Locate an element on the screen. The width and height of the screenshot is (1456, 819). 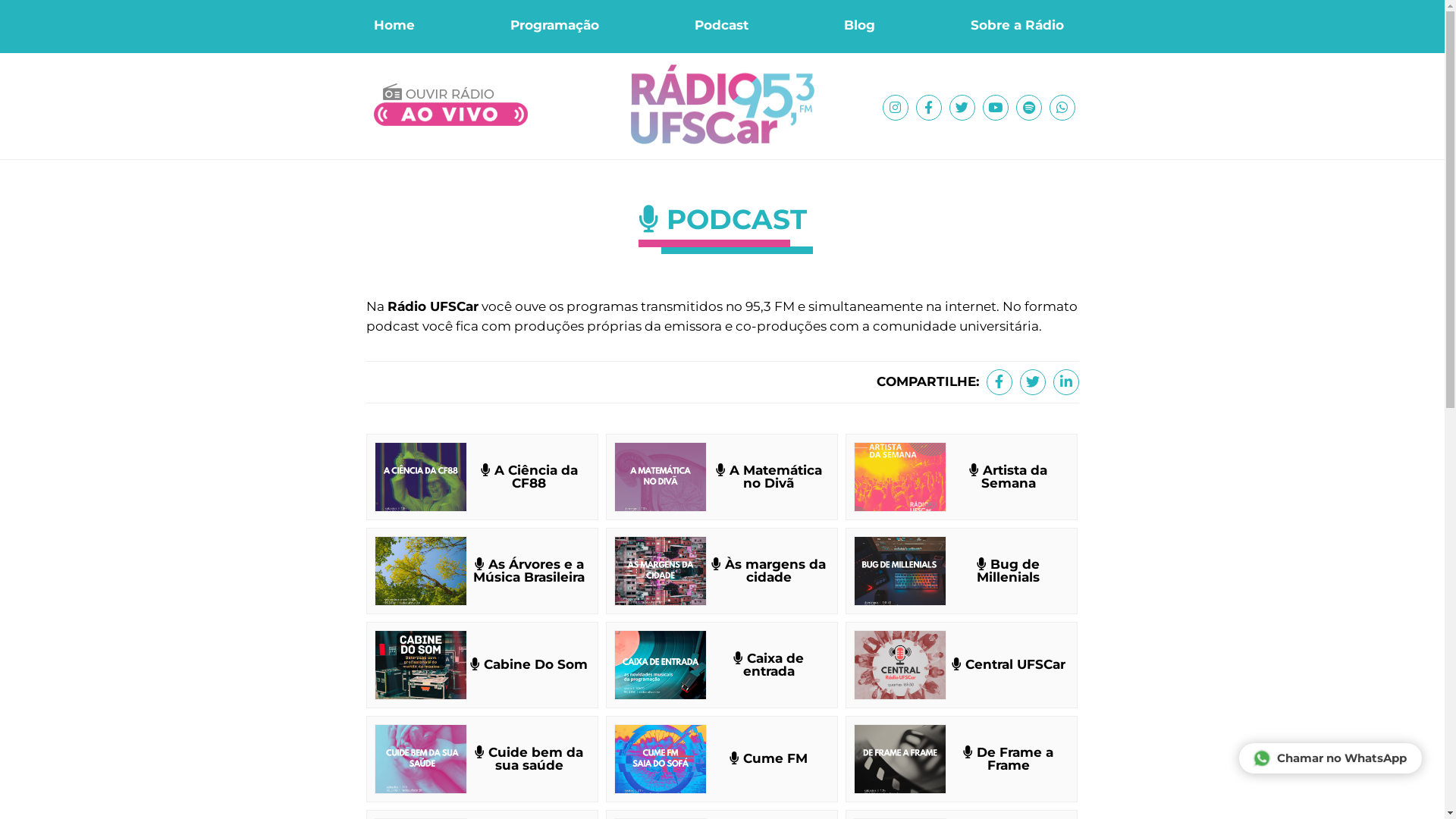
'Instagram' is located at coordinates (895, 107).